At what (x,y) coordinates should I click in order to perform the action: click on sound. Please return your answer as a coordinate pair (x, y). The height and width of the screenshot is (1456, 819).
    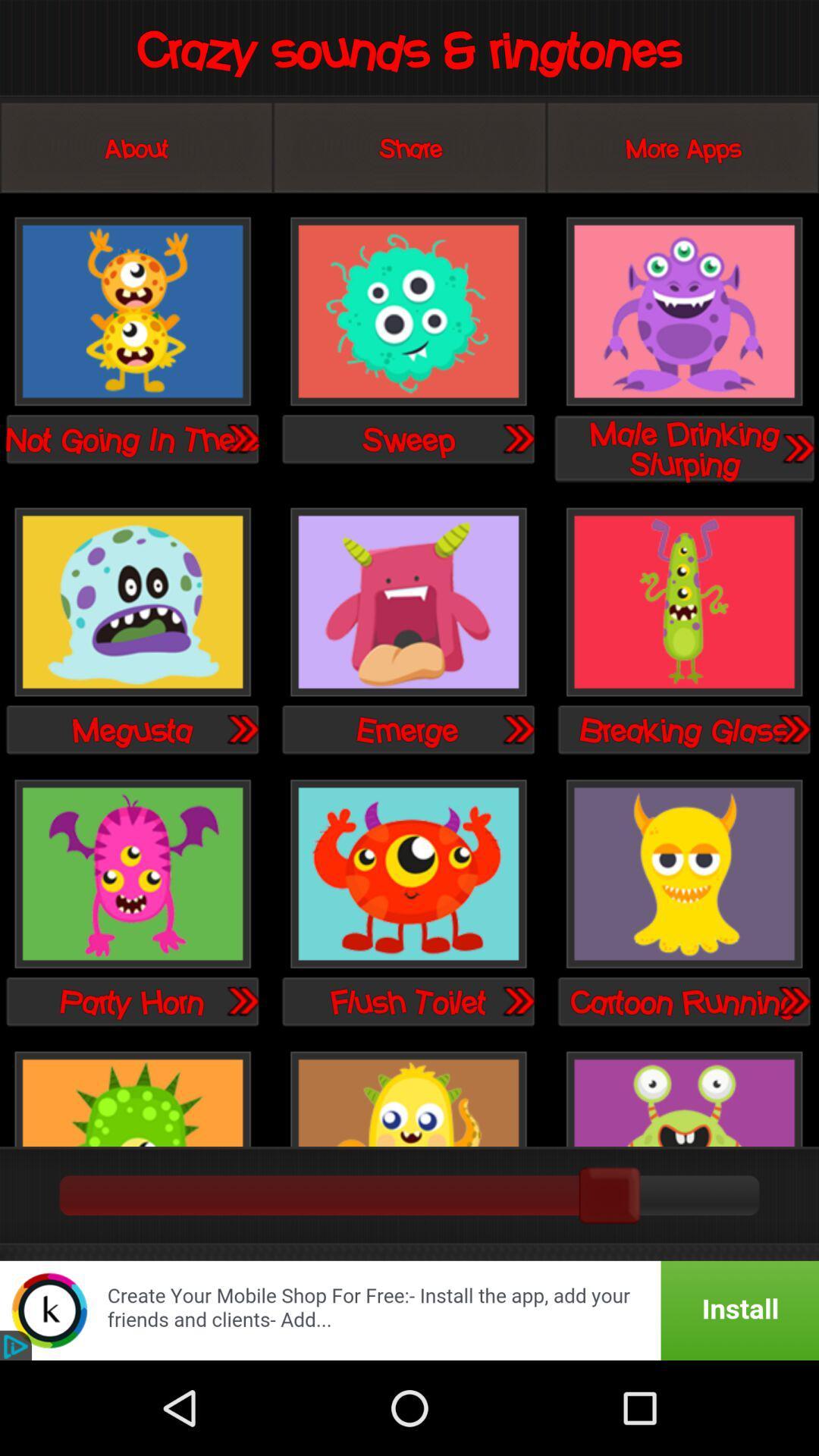
    Looking at the image, I should click on (517, 1001).